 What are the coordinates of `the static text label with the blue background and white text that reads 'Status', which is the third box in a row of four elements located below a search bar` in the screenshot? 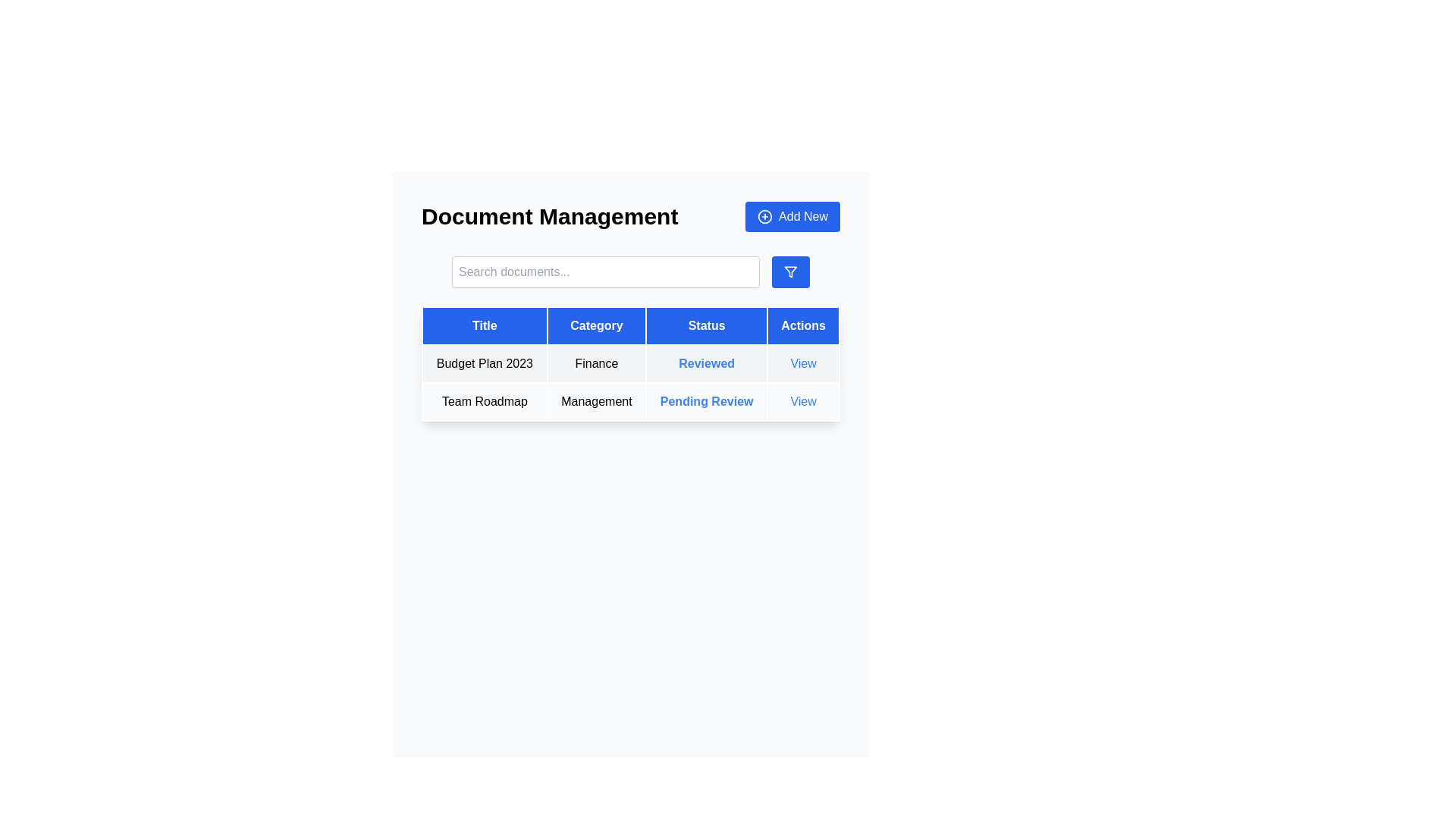 It's located at (706, 325).